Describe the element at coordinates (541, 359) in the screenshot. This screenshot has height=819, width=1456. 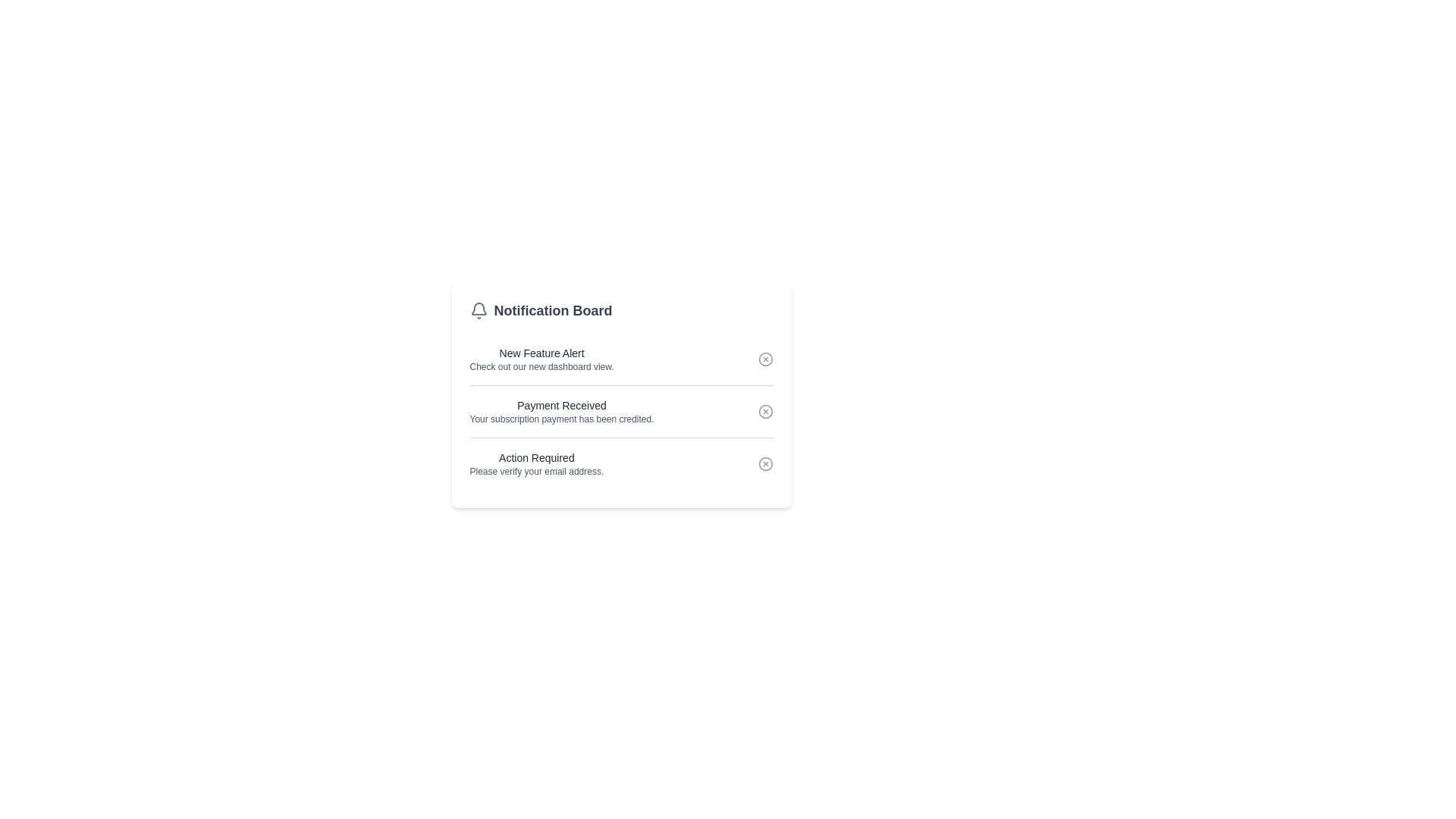
I see `the text block displaying 'New Feature Alert' which is the topmost notification in the Notification Board area` at that location.